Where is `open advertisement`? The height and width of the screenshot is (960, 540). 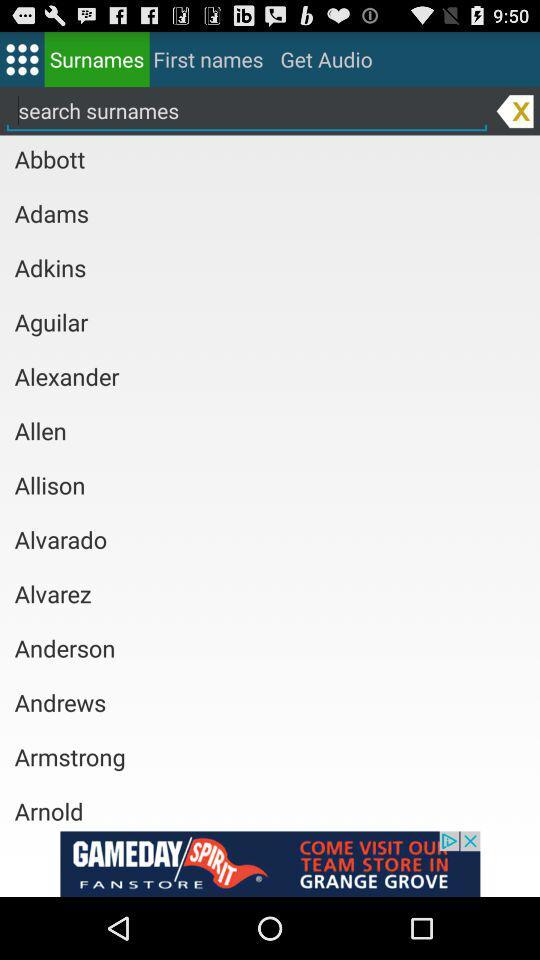 open advertisement is located at coordinates (270, 863).